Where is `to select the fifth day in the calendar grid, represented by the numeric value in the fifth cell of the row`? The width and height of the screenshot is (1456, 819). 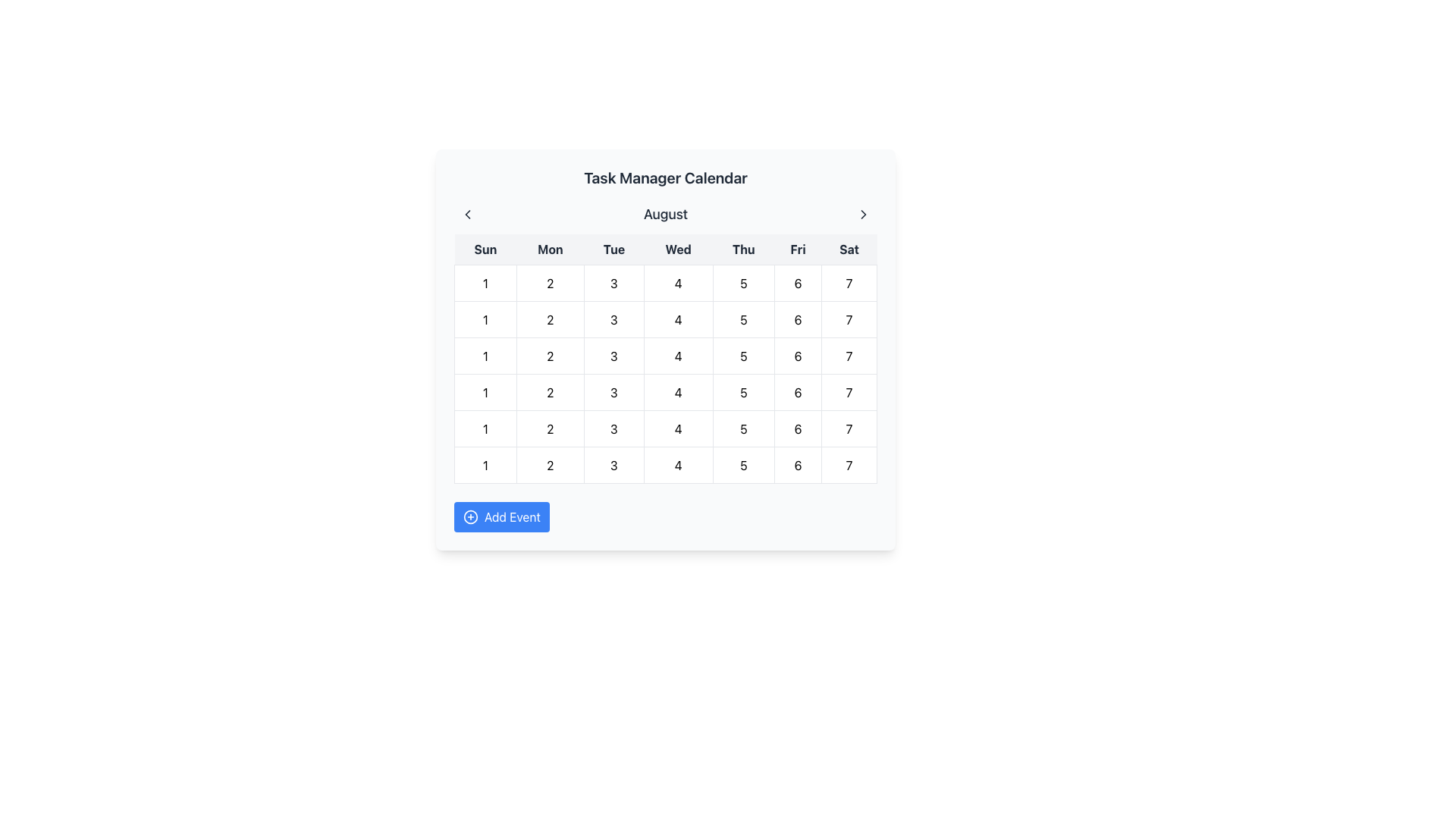 to select the fifth day in the calendar grid, represented by the numeric value in the fifth cell of the row is located at coordinates (743, 464).